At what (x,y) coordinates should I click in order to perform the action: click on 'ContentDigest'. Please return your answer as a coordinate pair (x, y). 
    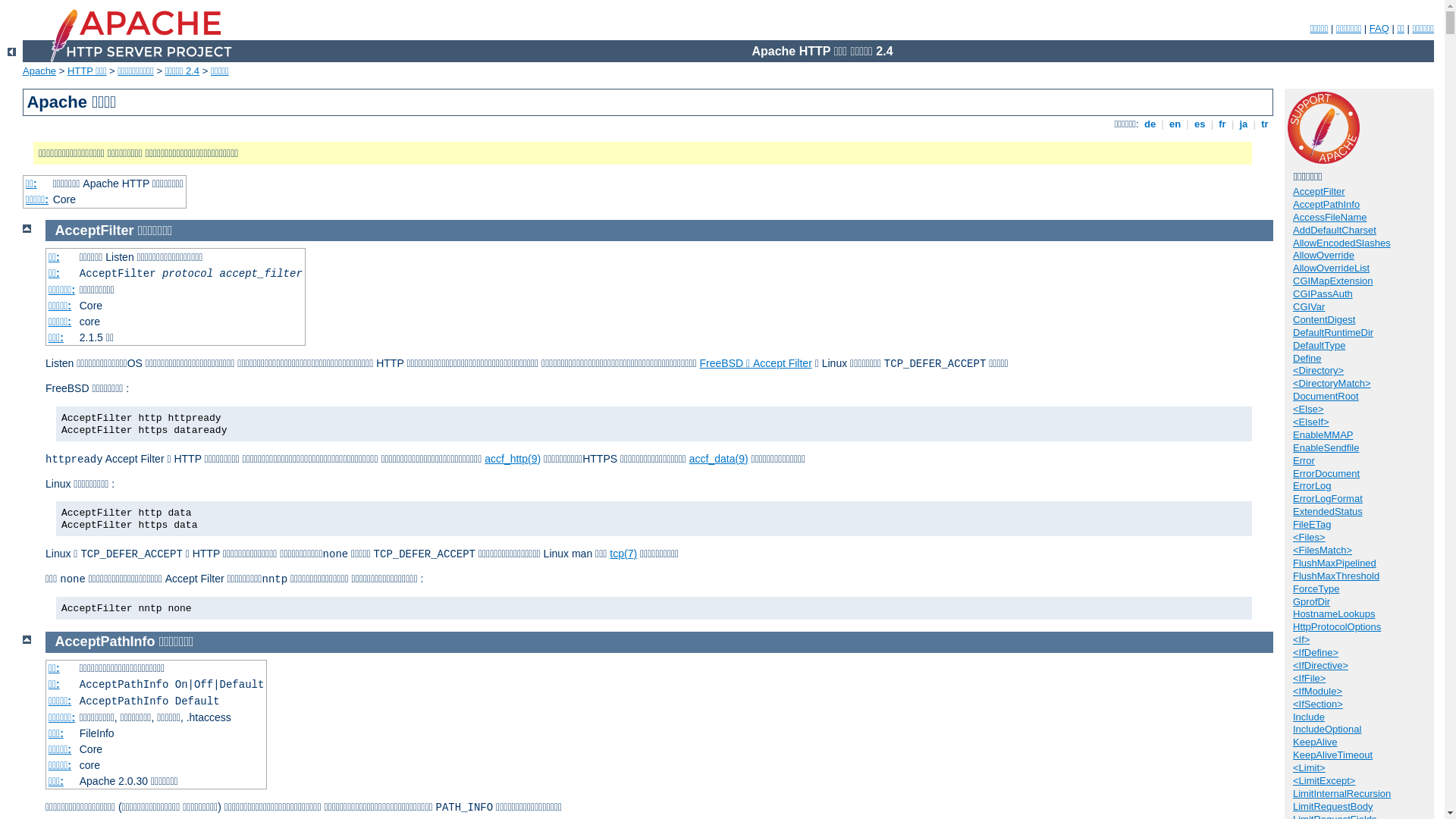
    Looking at the image, I should click on (1323, 318).